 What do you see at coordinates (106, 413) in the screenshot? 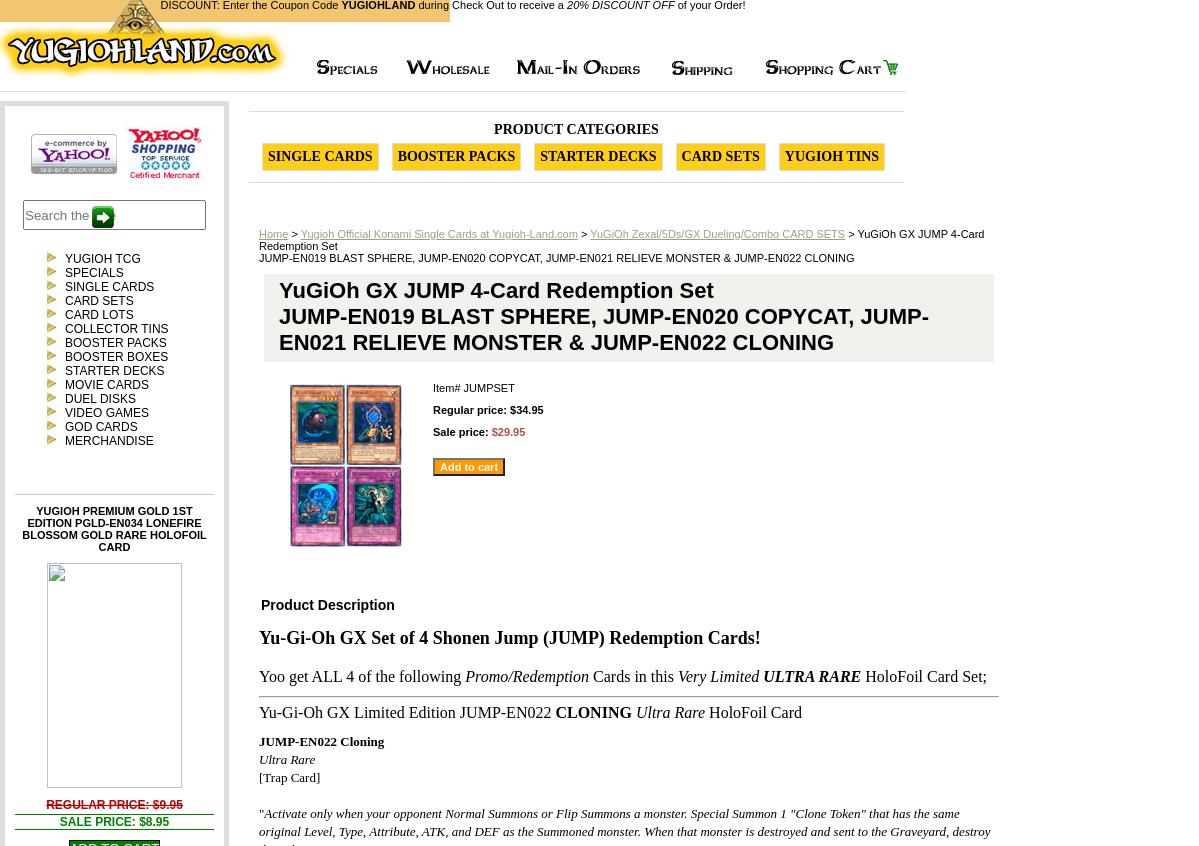
I see `'VIDEO GAMES'` at bounding box center [106, 413].